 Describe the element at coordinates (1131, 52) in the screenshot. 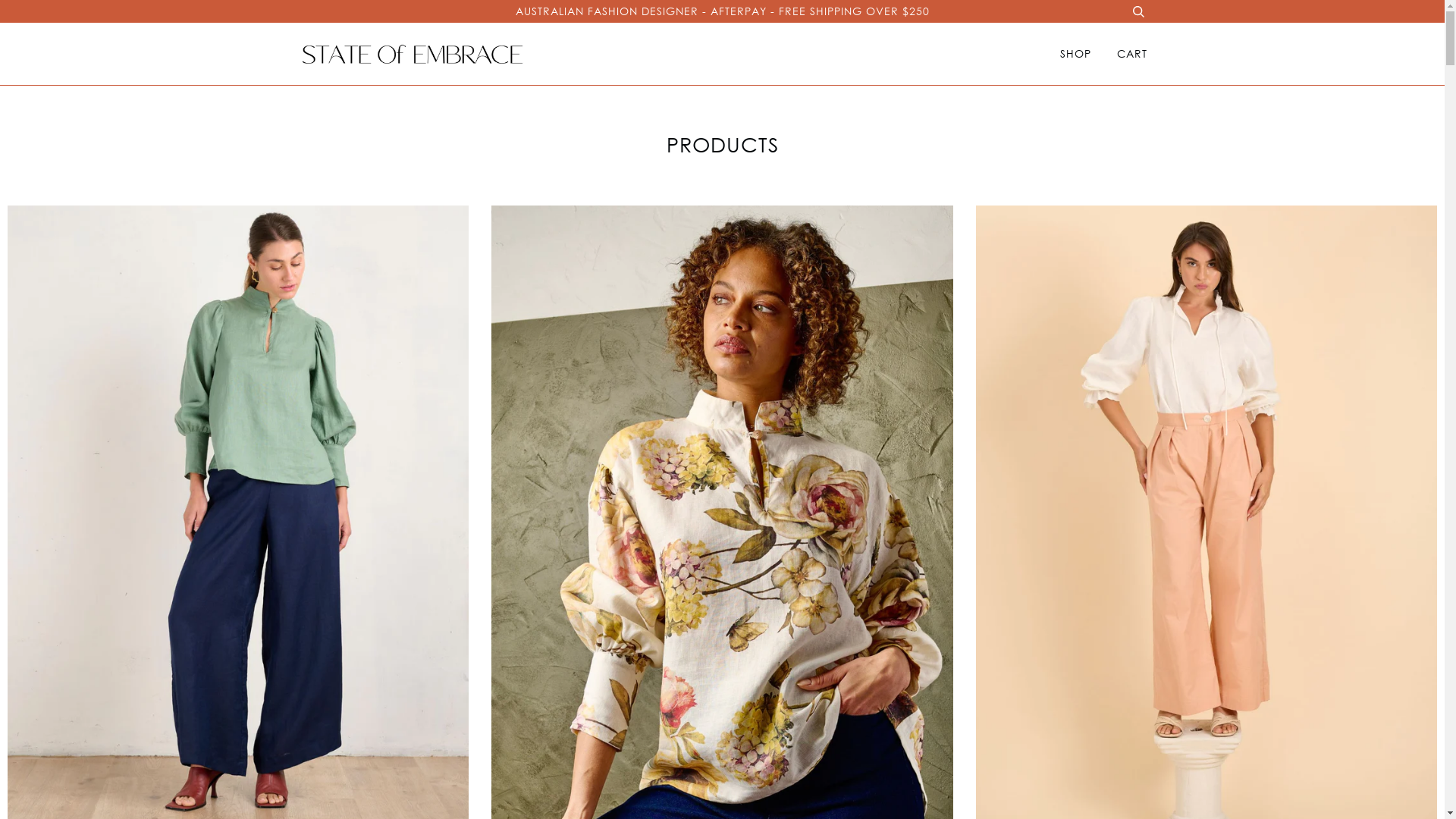

I see `'CART'` at that location.